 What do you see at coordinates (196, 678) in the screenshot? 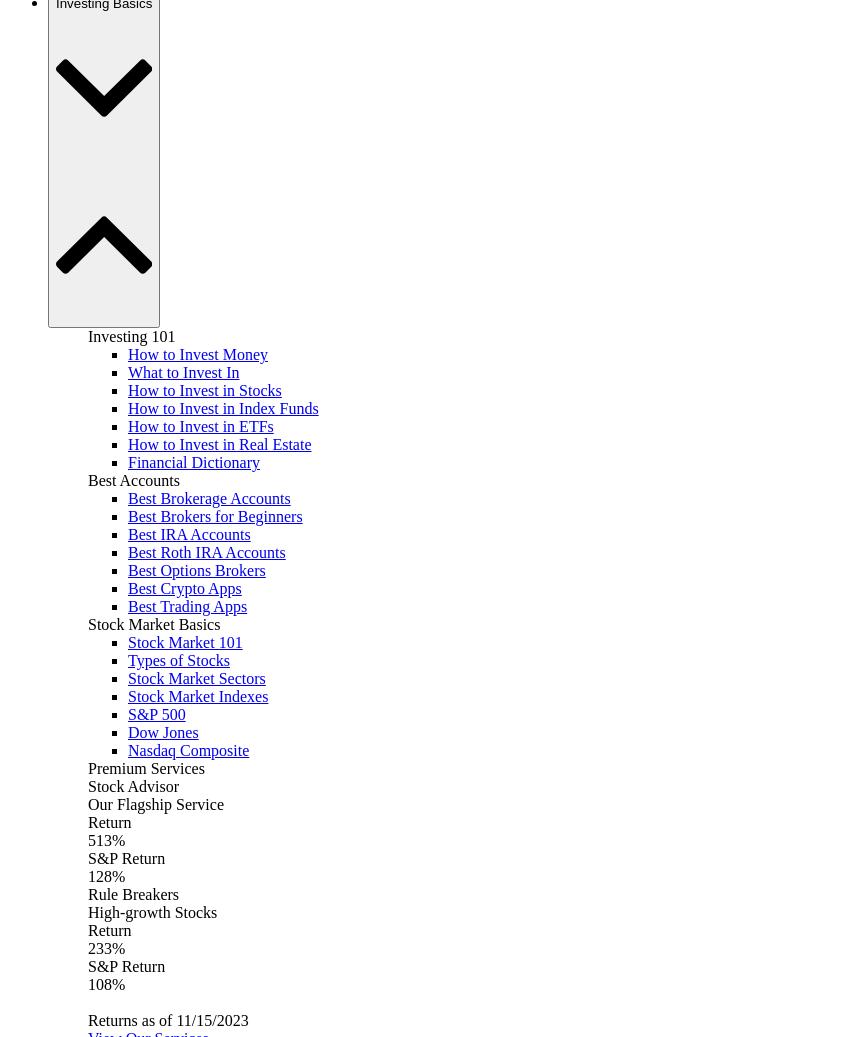
I see `'Stock Market Sectors'` at bounding box center [196, 678].